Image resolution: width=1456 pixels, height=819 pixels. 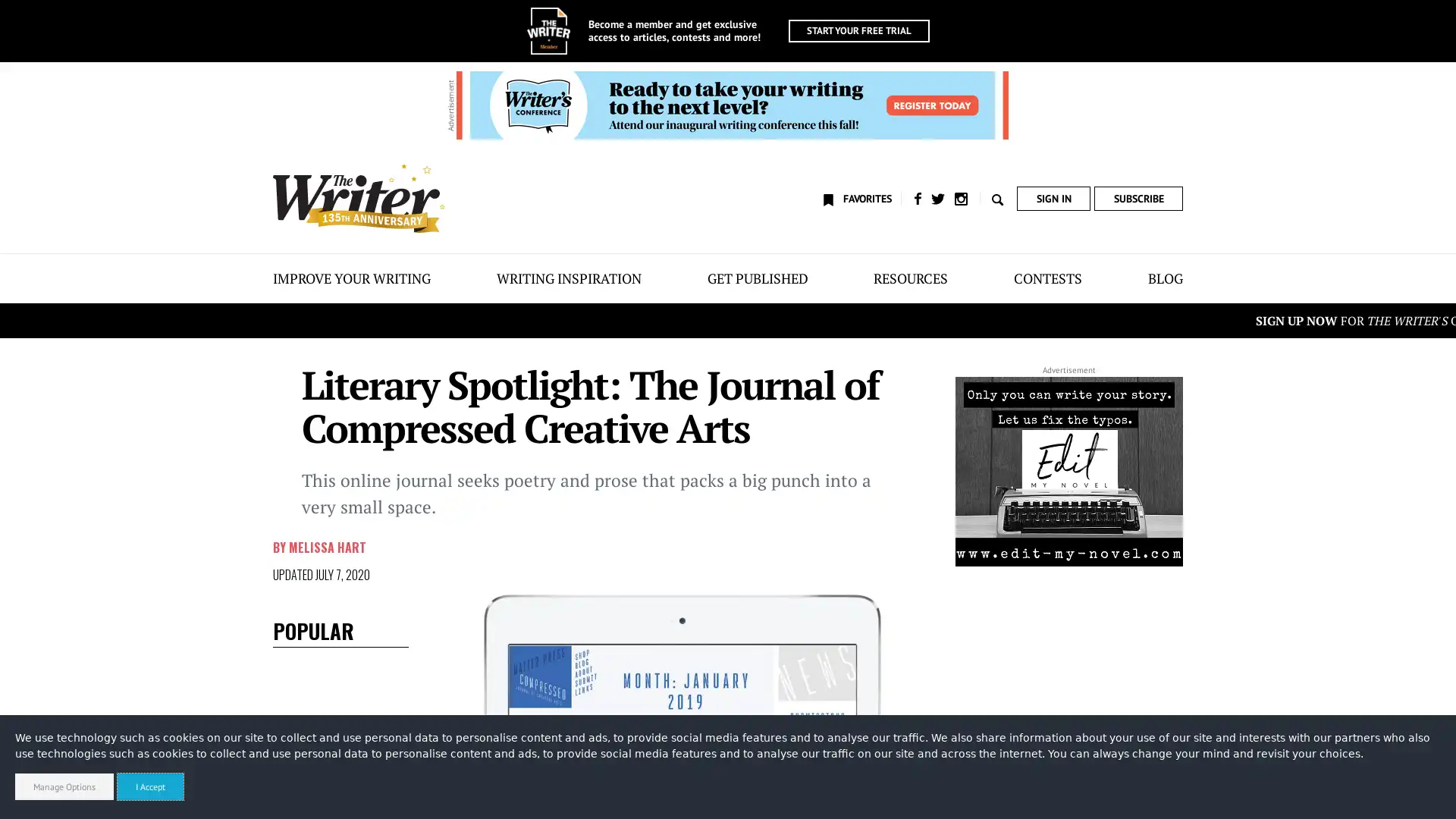 I want to click on I Accept, so click(x=150, y=786).